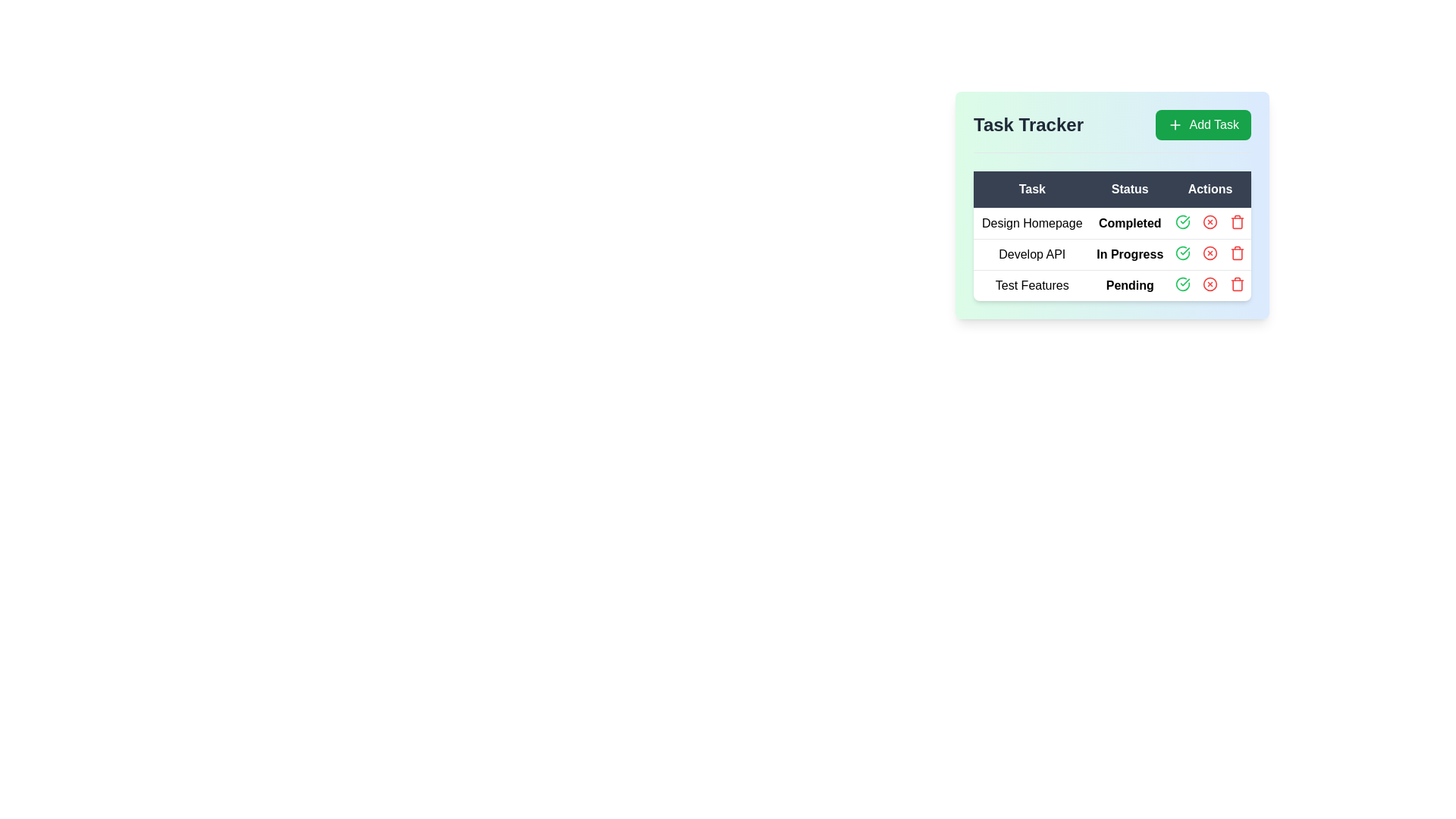  I want to click on the static text label reading 'Develop API' located in the second row of the 'Task' column in the task tracker widget, so click(1031, 253).